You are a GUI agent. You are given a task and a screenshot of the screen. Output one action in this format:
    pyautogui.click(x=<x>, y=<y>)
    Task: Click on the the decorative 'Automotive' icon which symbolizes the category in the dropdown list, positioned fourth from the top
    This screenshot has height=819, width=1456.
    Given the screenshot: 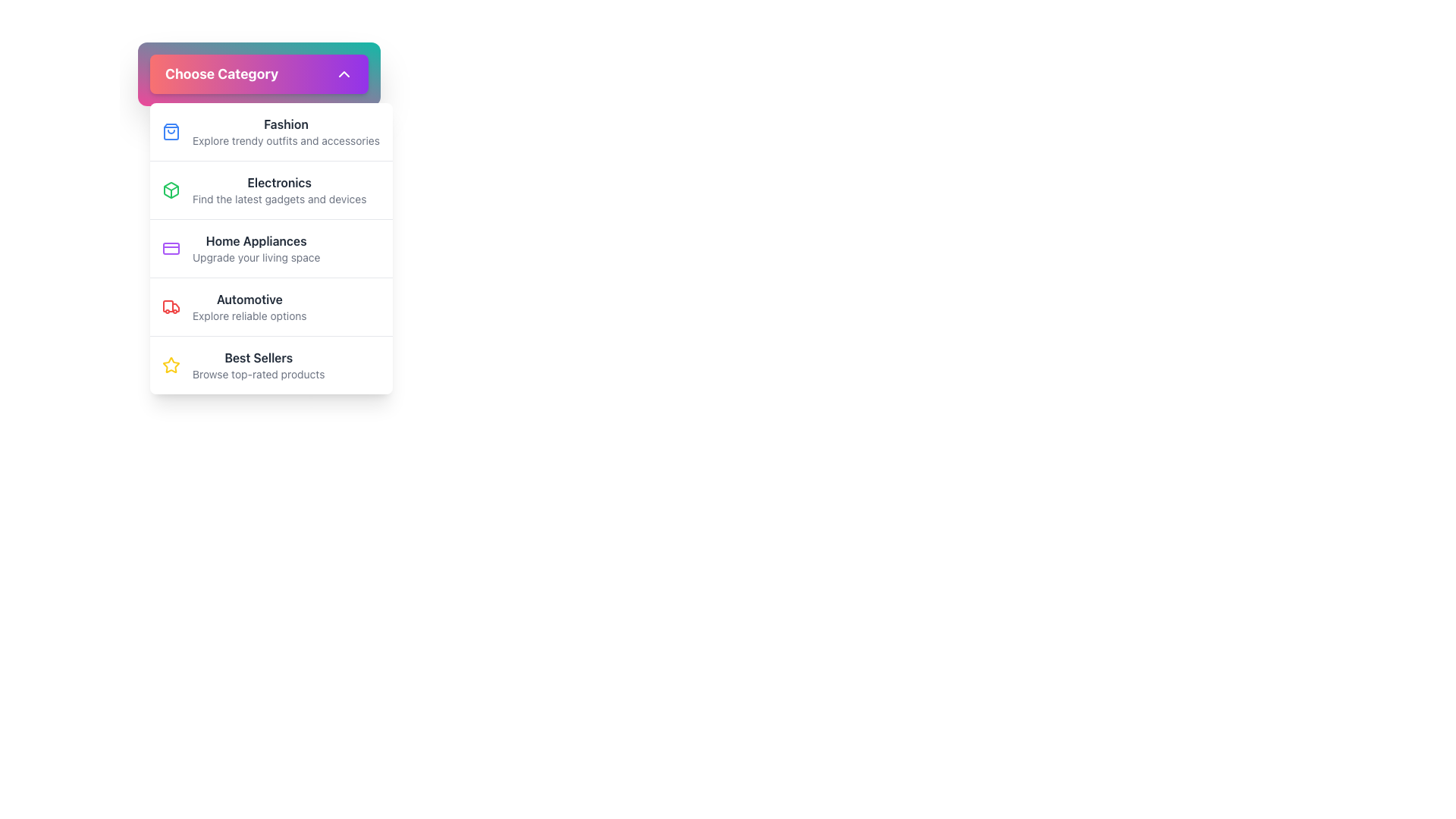 What is the action you would take?
    pyautogui.click(x=168, y=306)
    